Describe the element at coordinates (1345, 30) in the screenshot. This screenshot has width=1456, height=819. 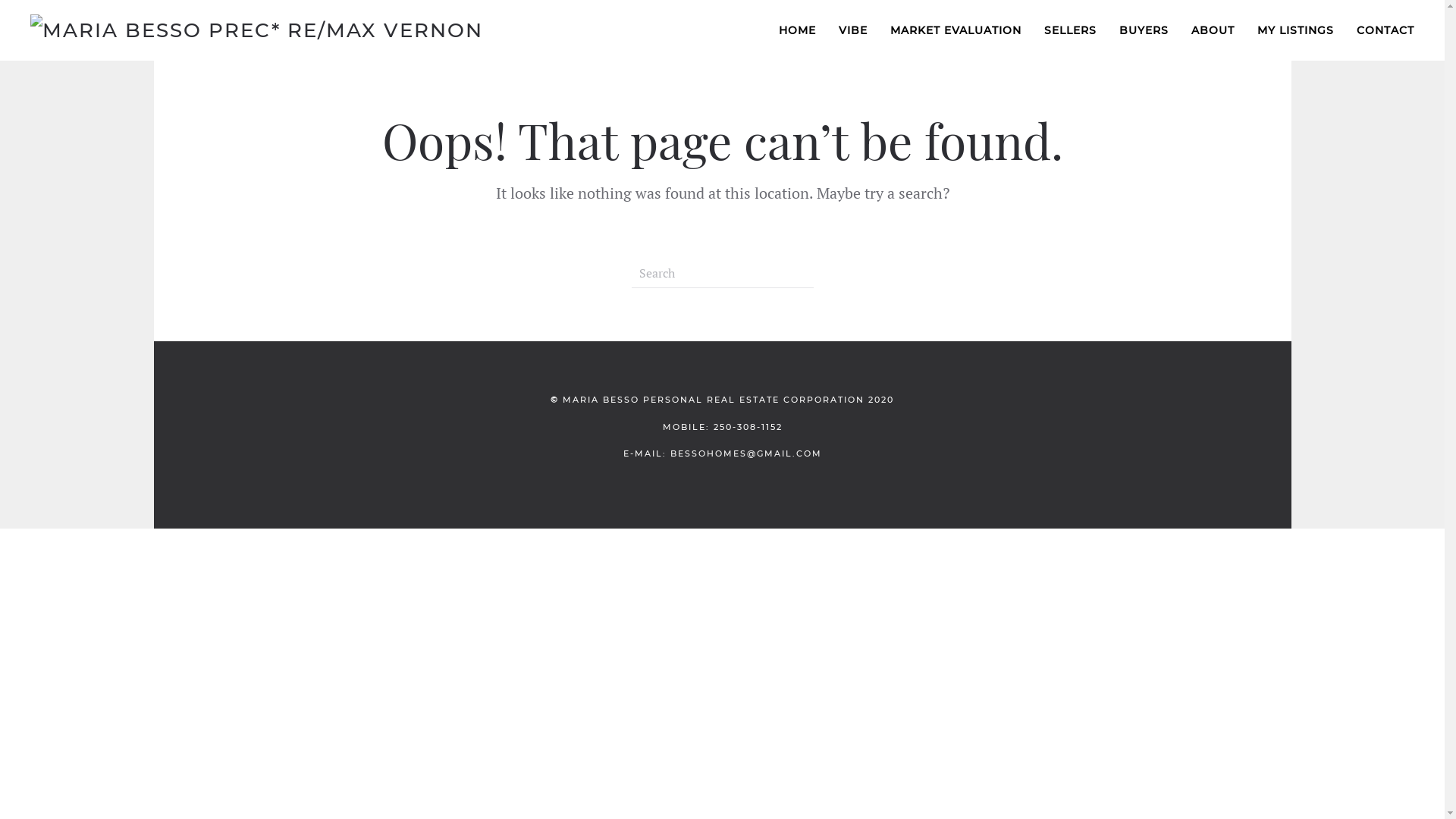
I see `'CONTACT'` at that location.